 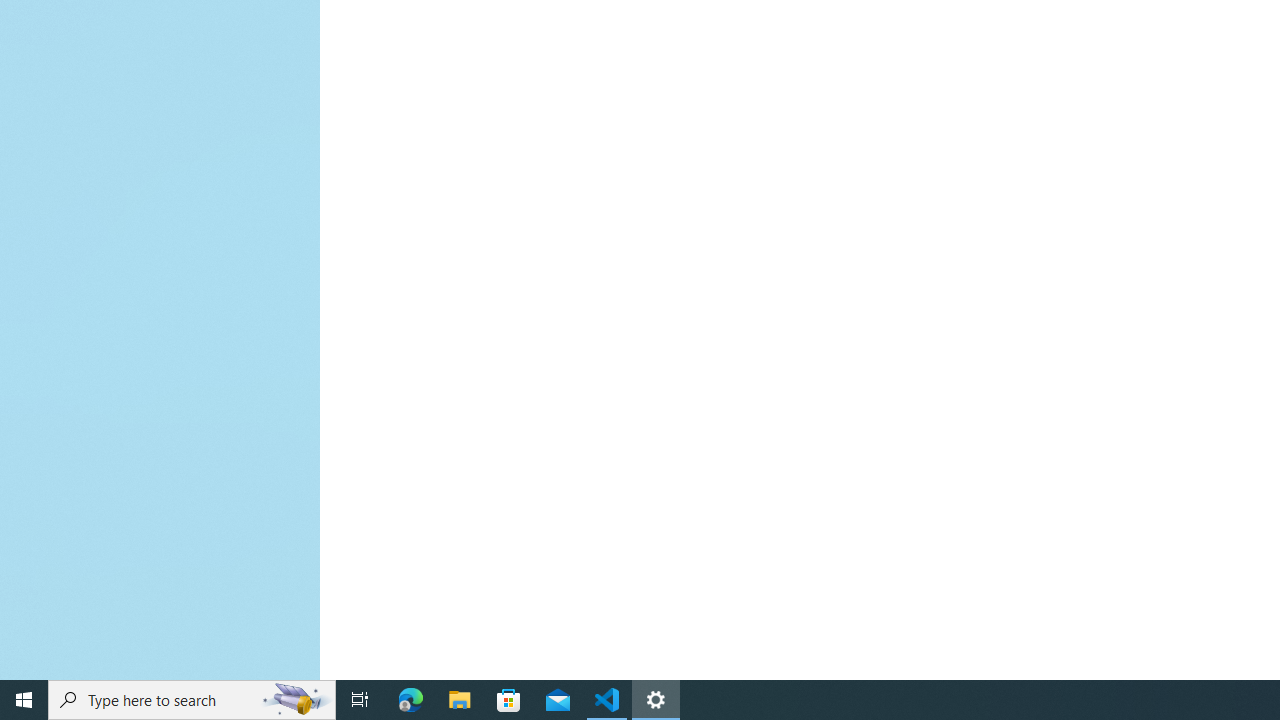 What do you see at coordinates (606, 698) in the screenshot?
I see `'Visual Studio Code - 1 running window'` at bounding box center [606, 698].